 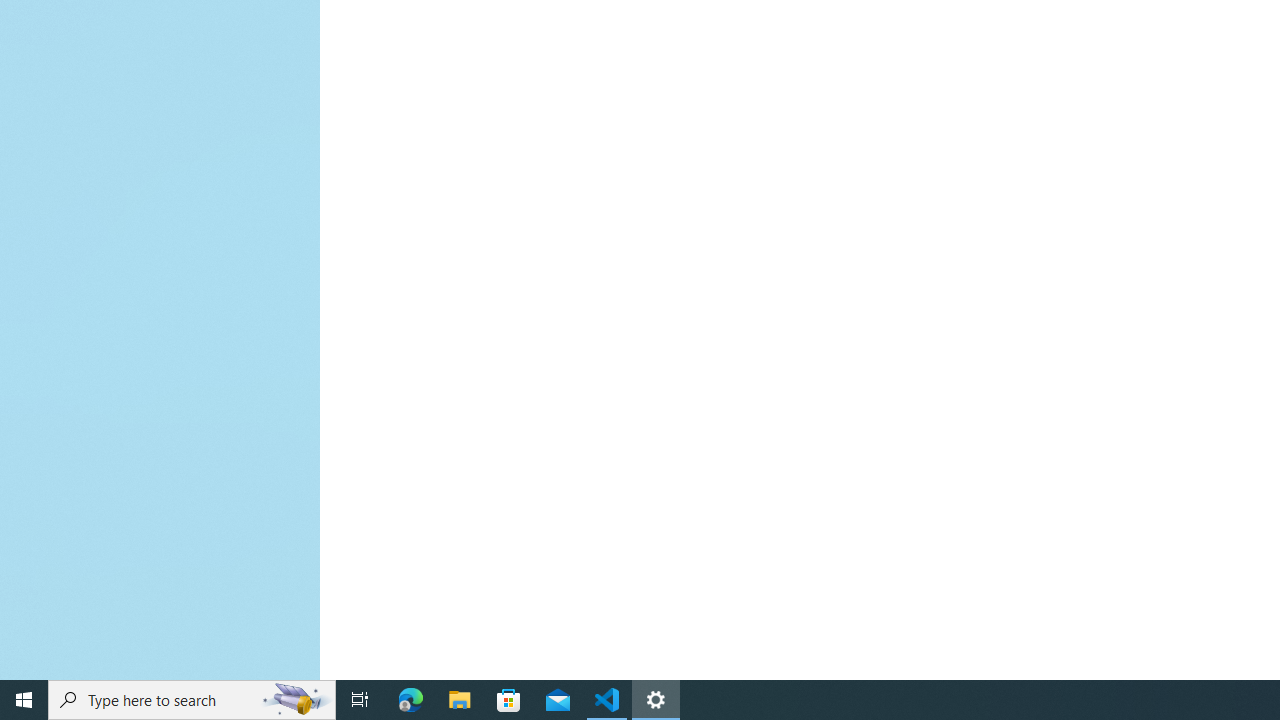 What do you see at coordinates (606, 698) in the screenshot?
I see `'Visual Studio Code - 1 running window'` at bounding box center [606, 698].